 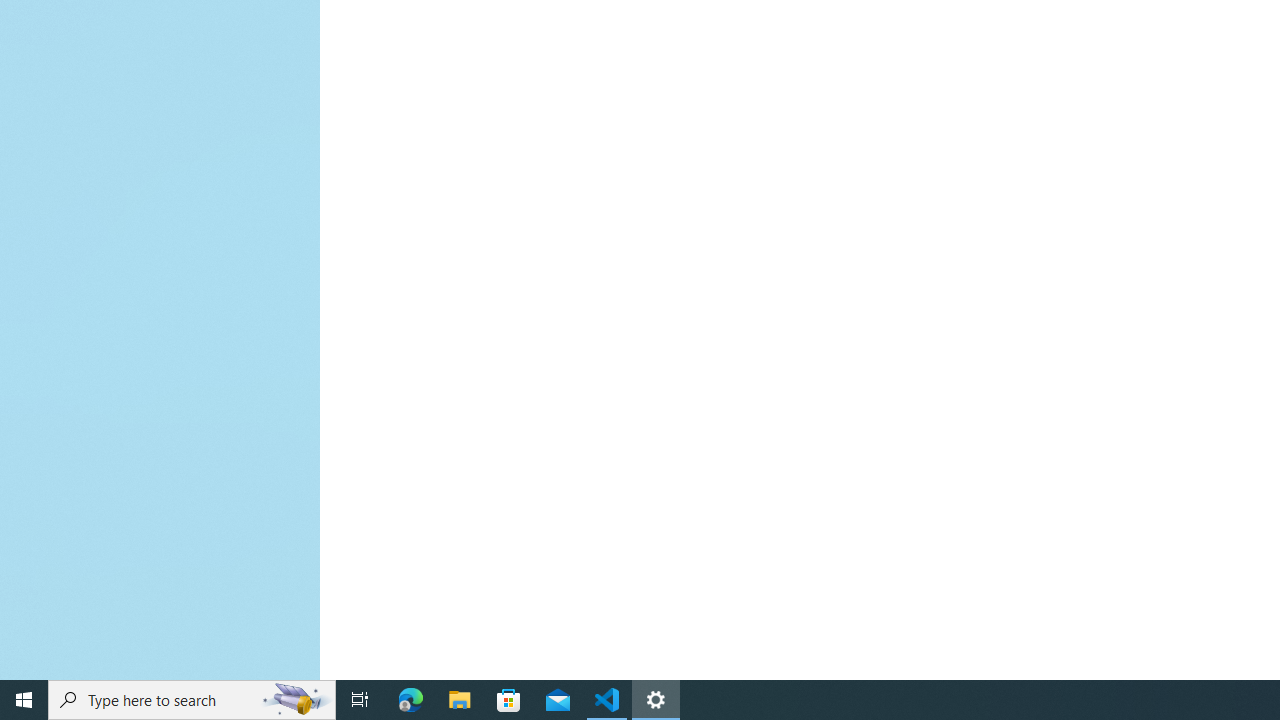 What do you see at coordinates (606, 698) in the screenshot?
I see `'Visual Studio Code - 1 running window'` at bounding box center [606, 698].